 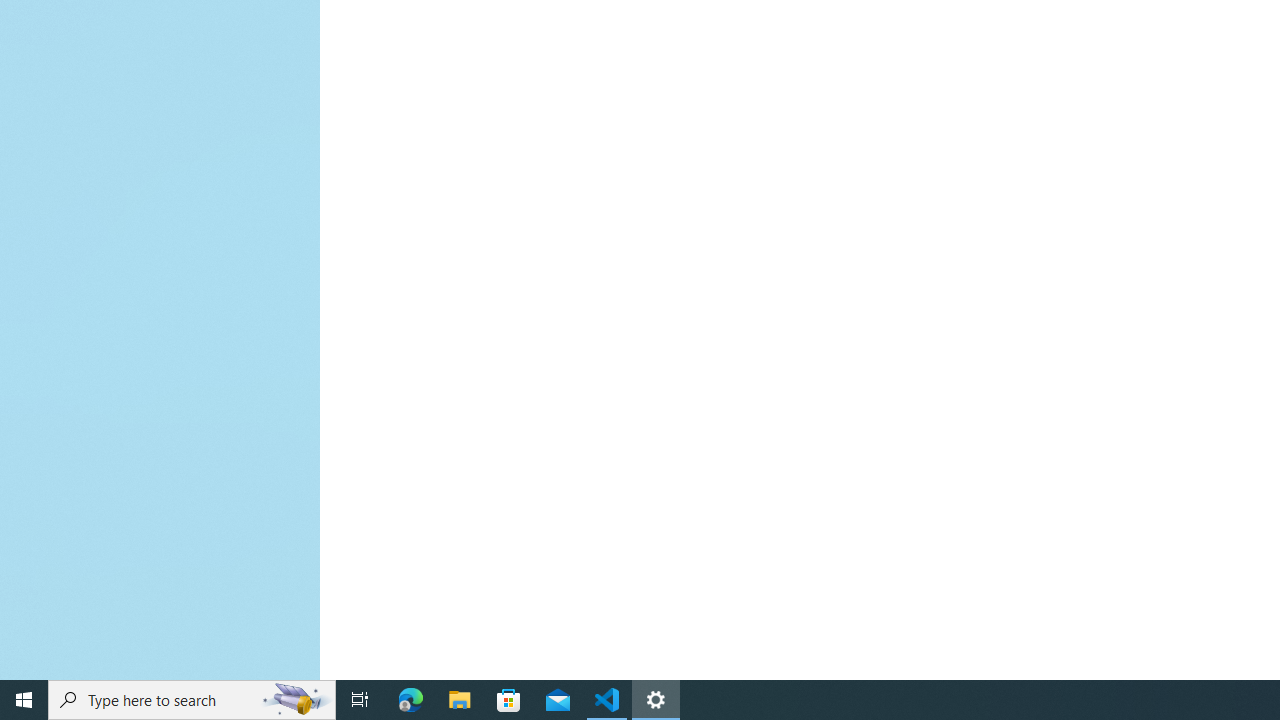 What do you see at coordinates (606, 698) in the screenshot?
I see `'Visual Studio Code - 1 running window'` at bounding box center [606, 698].